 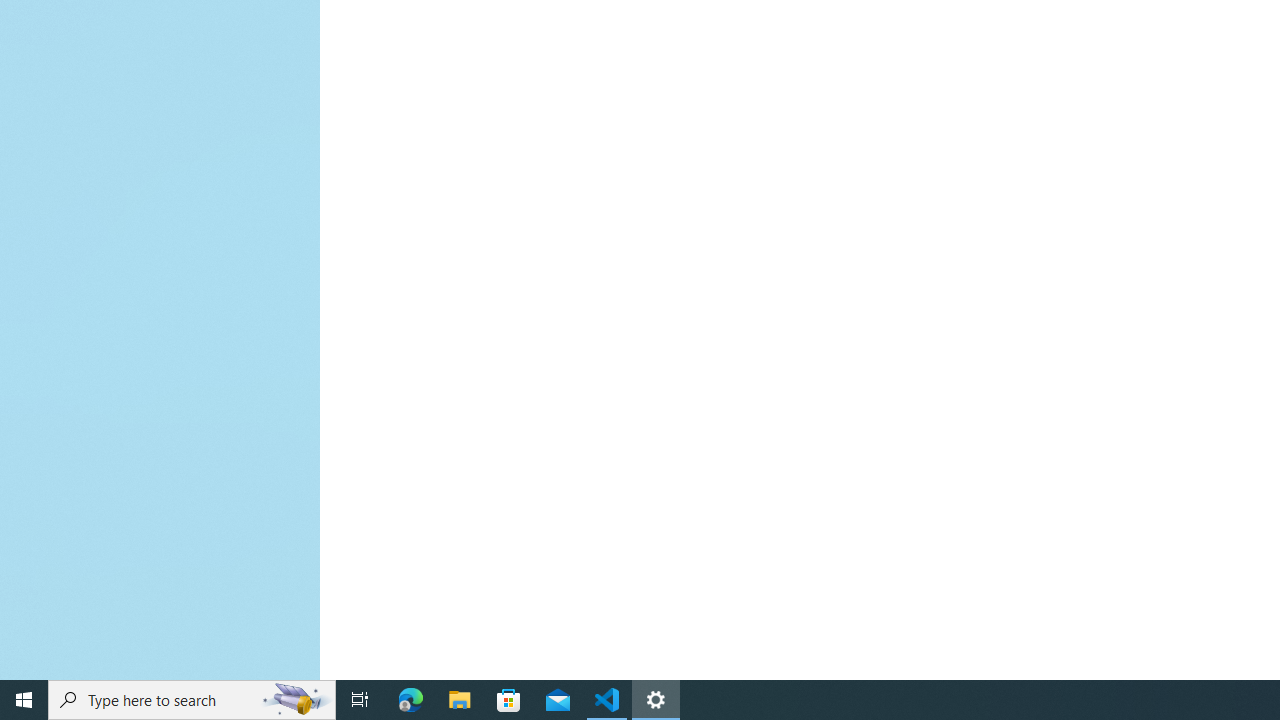 What do you see at coordinates (606, 698) in the screenshot?
I see `'Visual Studio Code - 1 running window'` at bounding box center [606, 698].